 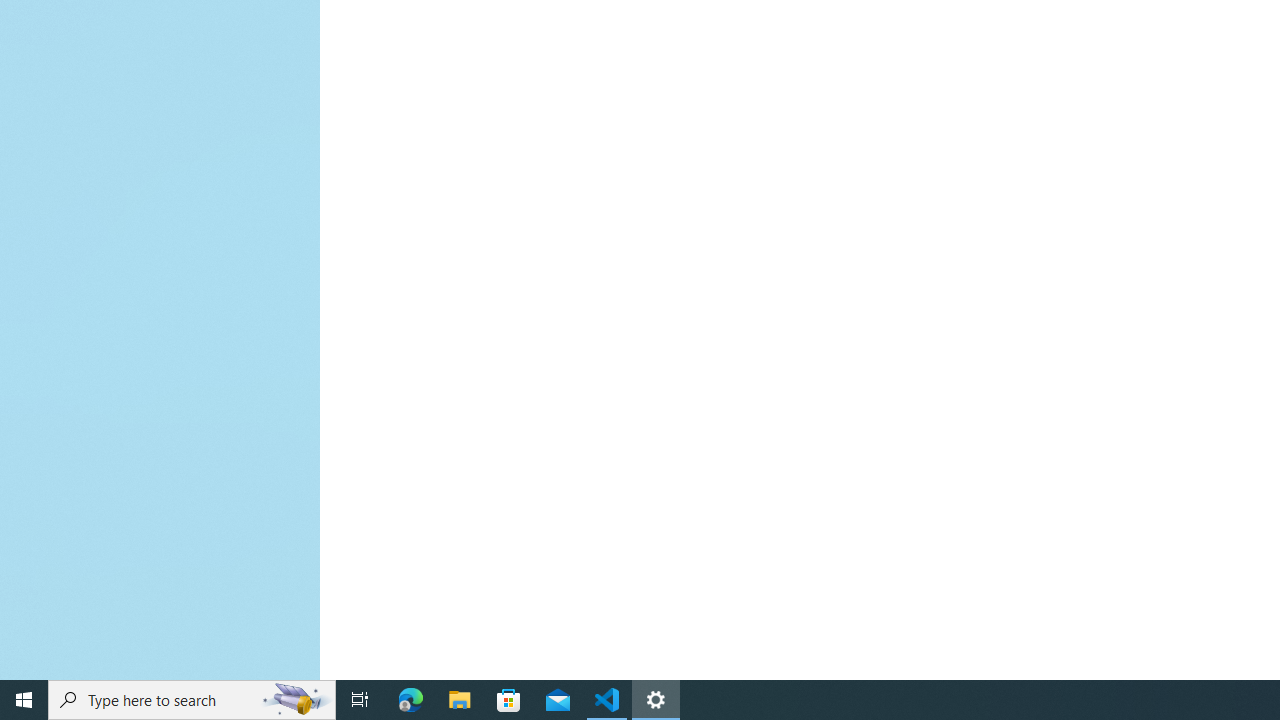 What do you see at coordinates (606, 698) in the screenshot?
I see `'Visual Studio Code - 1 running window'` at bounding box center [606, 698].